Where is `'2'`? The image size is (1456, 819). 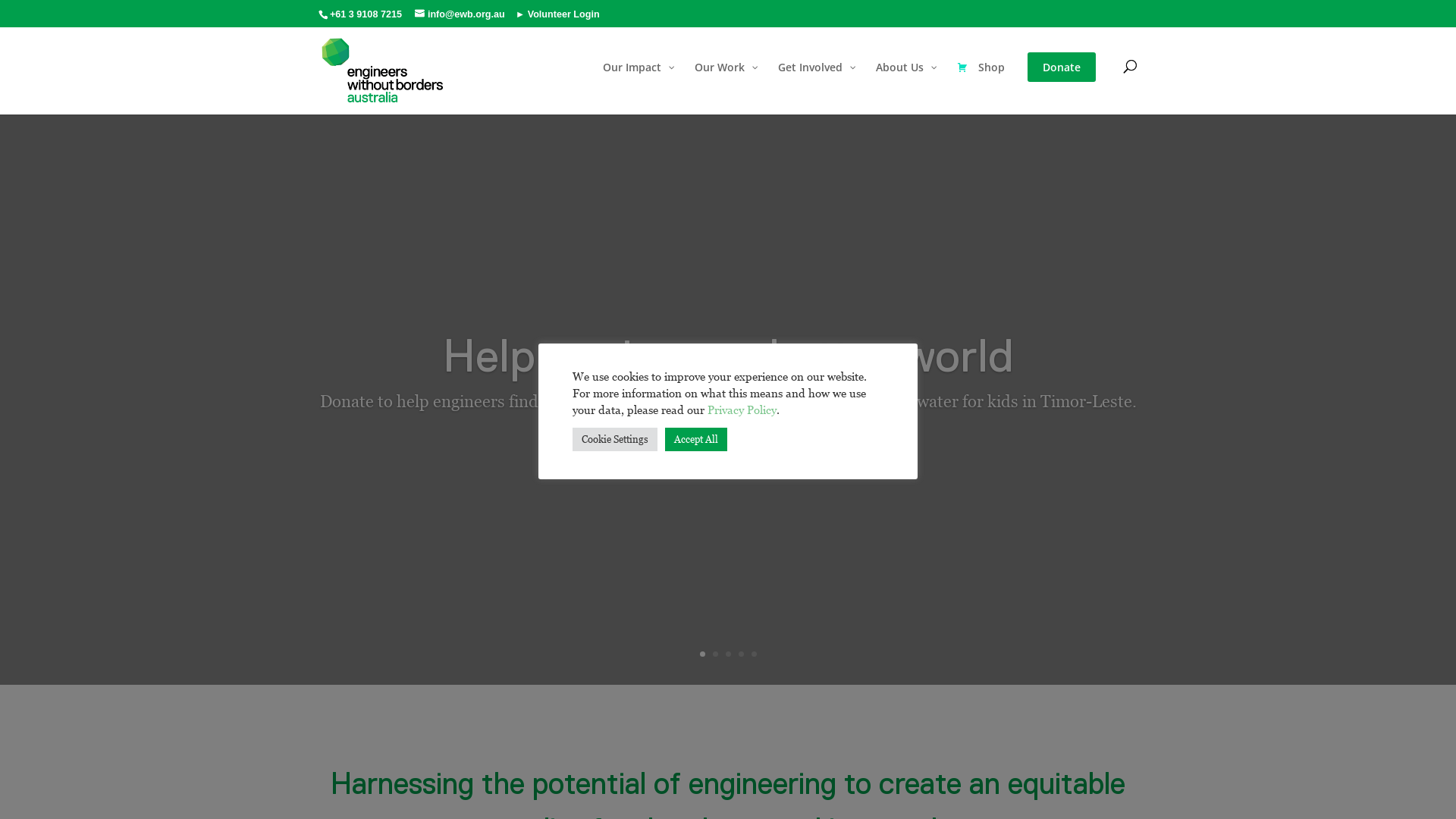 '2' is located at coordinates (714, 653).